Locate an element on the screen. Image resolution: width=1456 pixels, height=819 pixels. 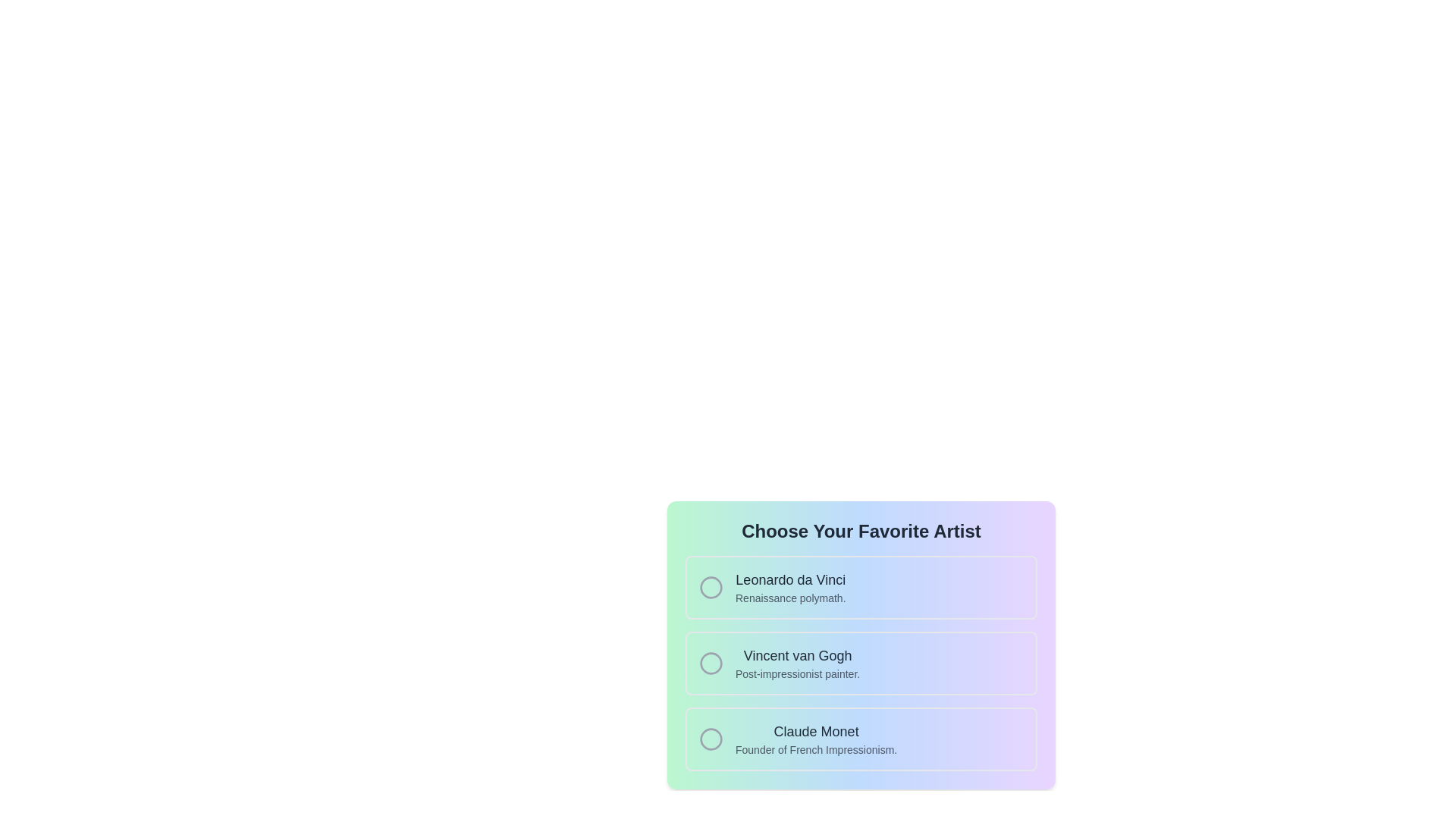
the Static Text Label indicating the name of the artist, Vincent van Gogh, which is the second option in a list of selectable items below 'Choose Your Favorite Artist' and above 'Claude Monet' is located at coordinates (797, 654).